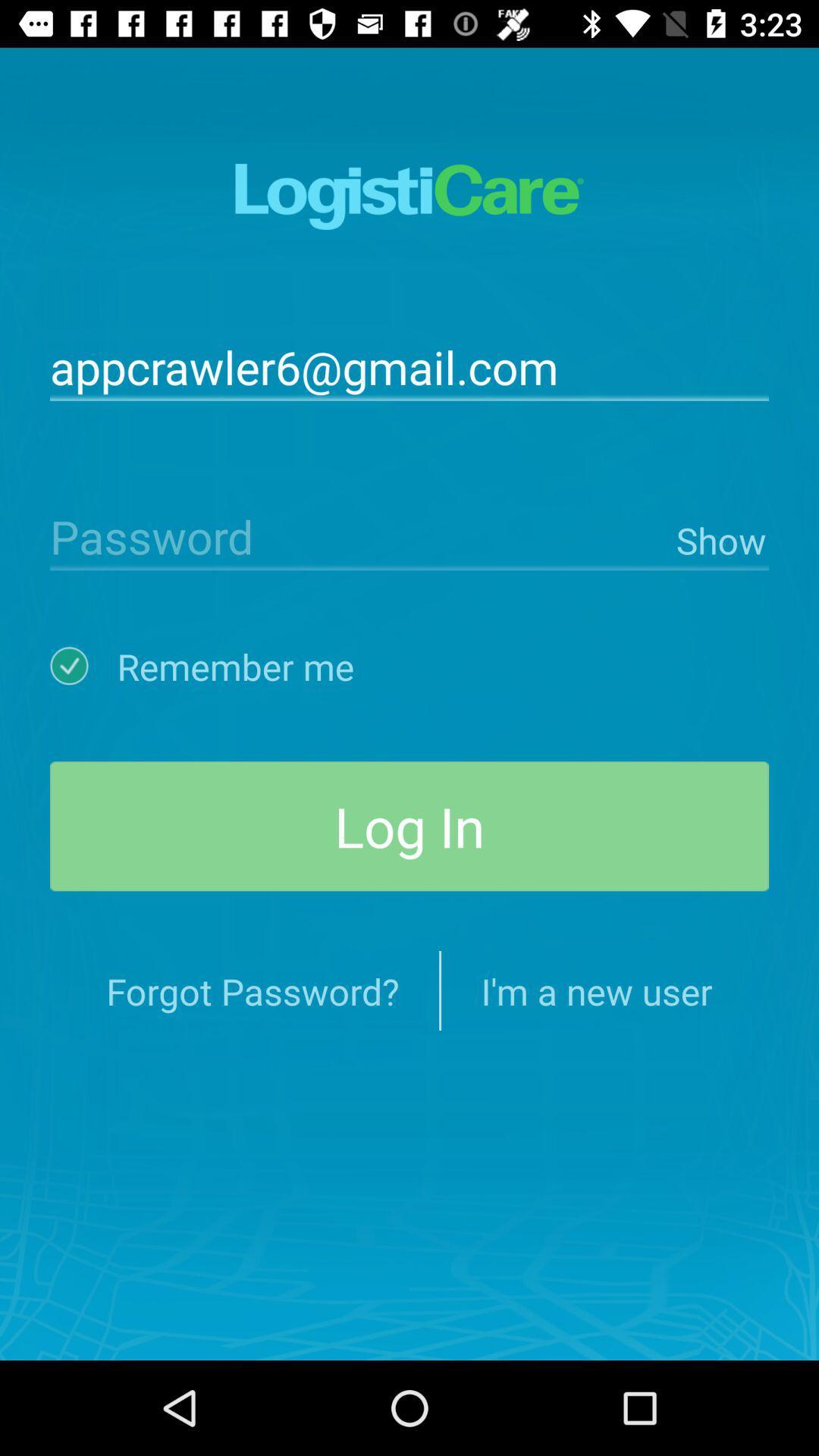 Image resolution: width=819 pixels, height=1456 pixels. I want to click on your password, so click(359, 535).